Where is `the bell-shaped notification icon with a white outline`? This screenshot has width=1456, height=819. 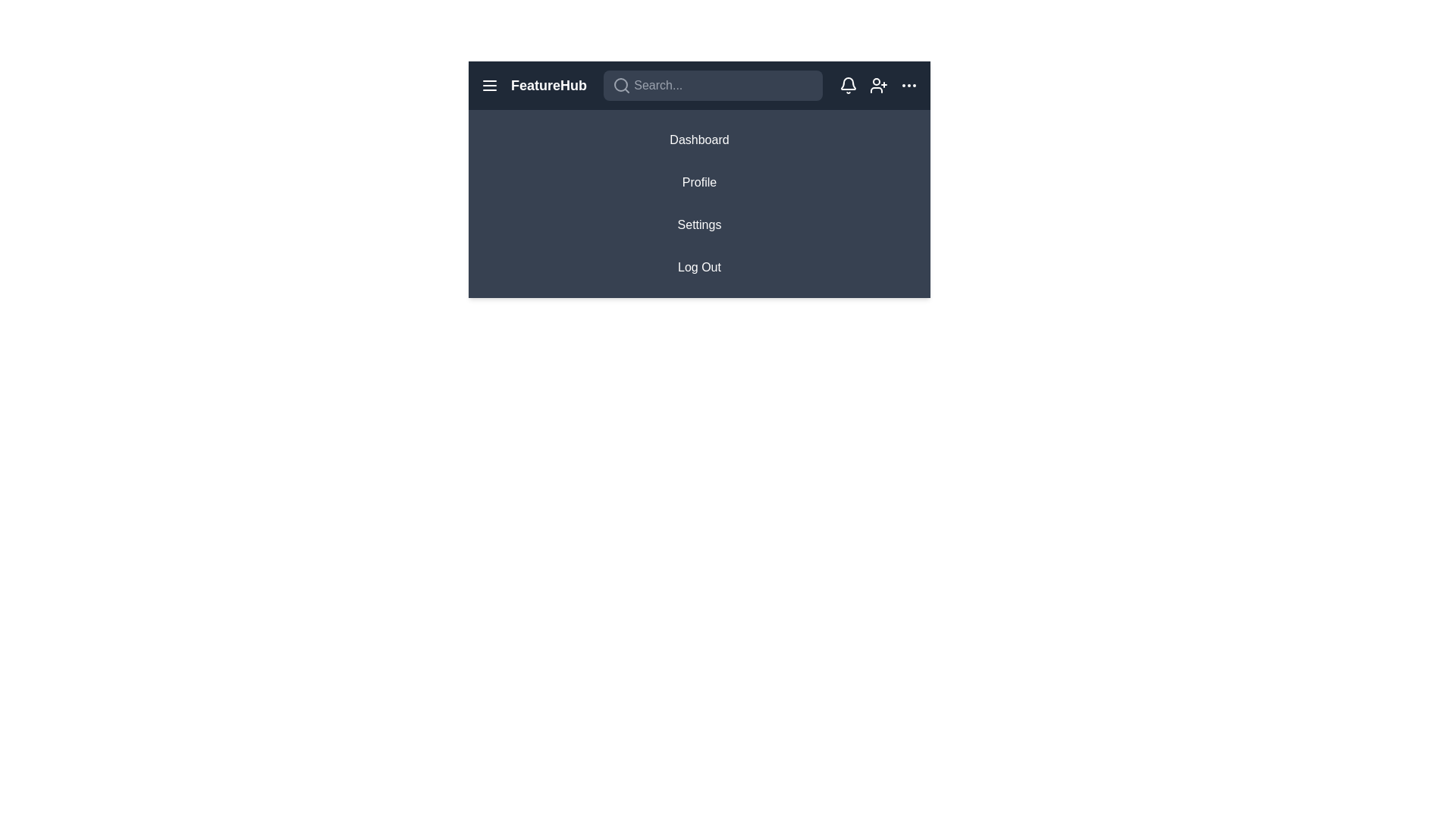
the bell-shaped notification icon with a white outline is located at coordinates (847, 85).